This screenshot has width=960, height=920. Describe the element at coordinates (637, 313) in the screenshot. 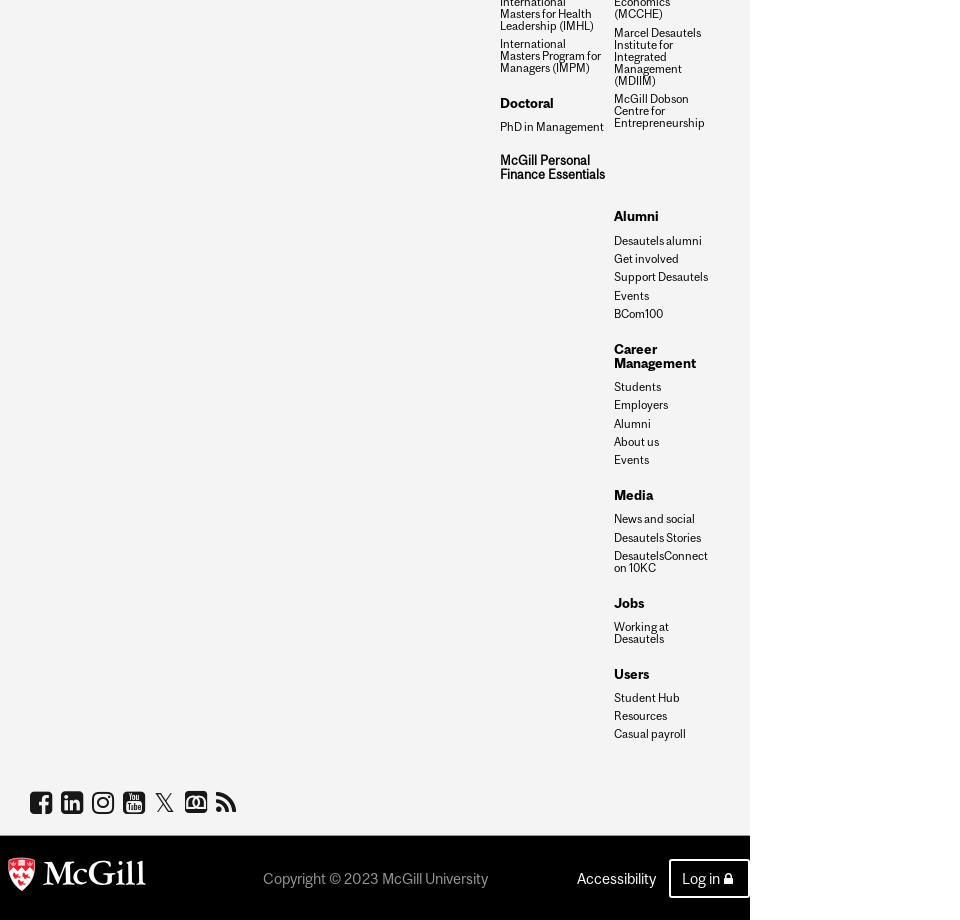

I see `'BCom100'` at that location.